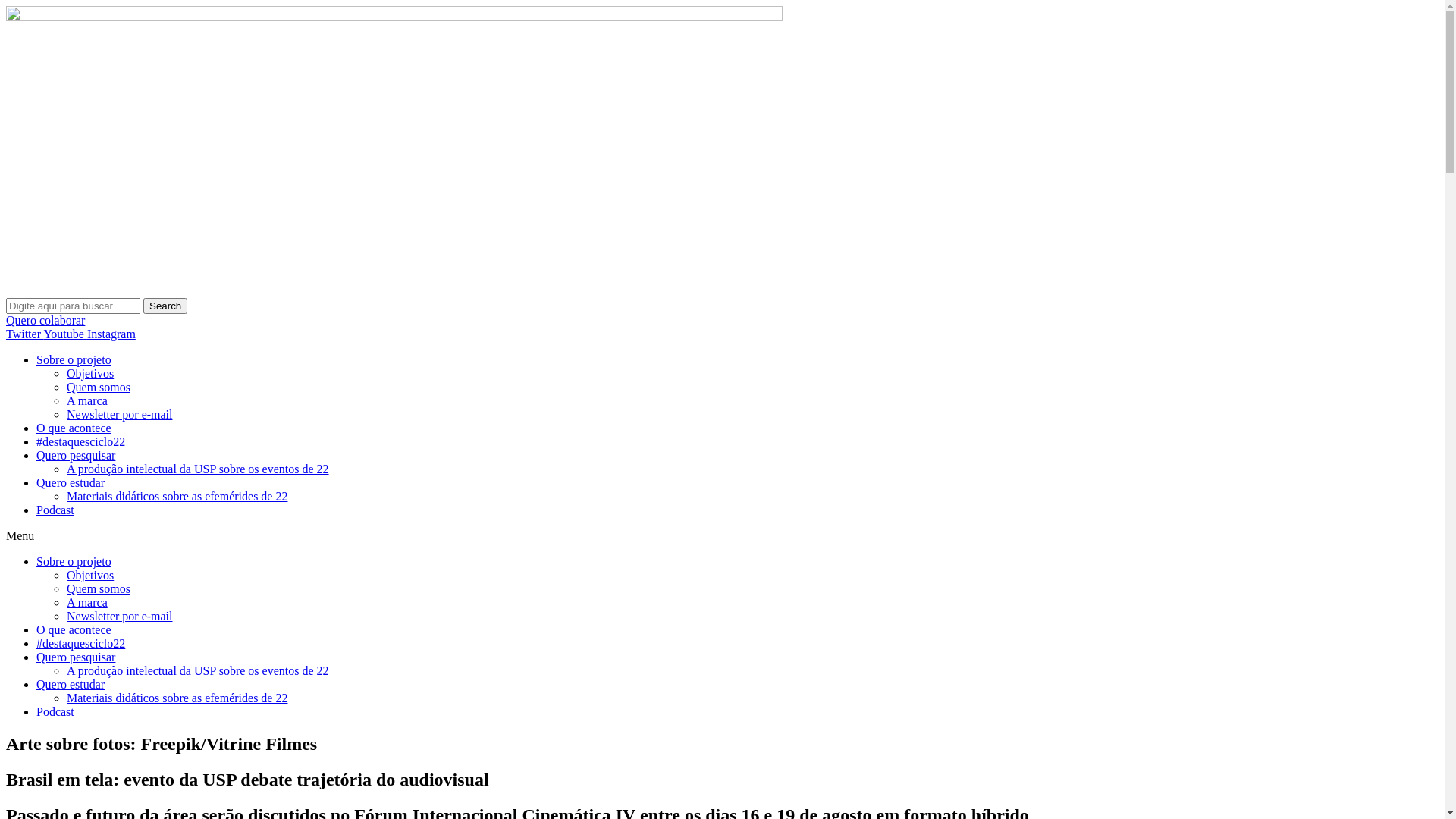  I want to click on 'Podcast', so click(36, 510).